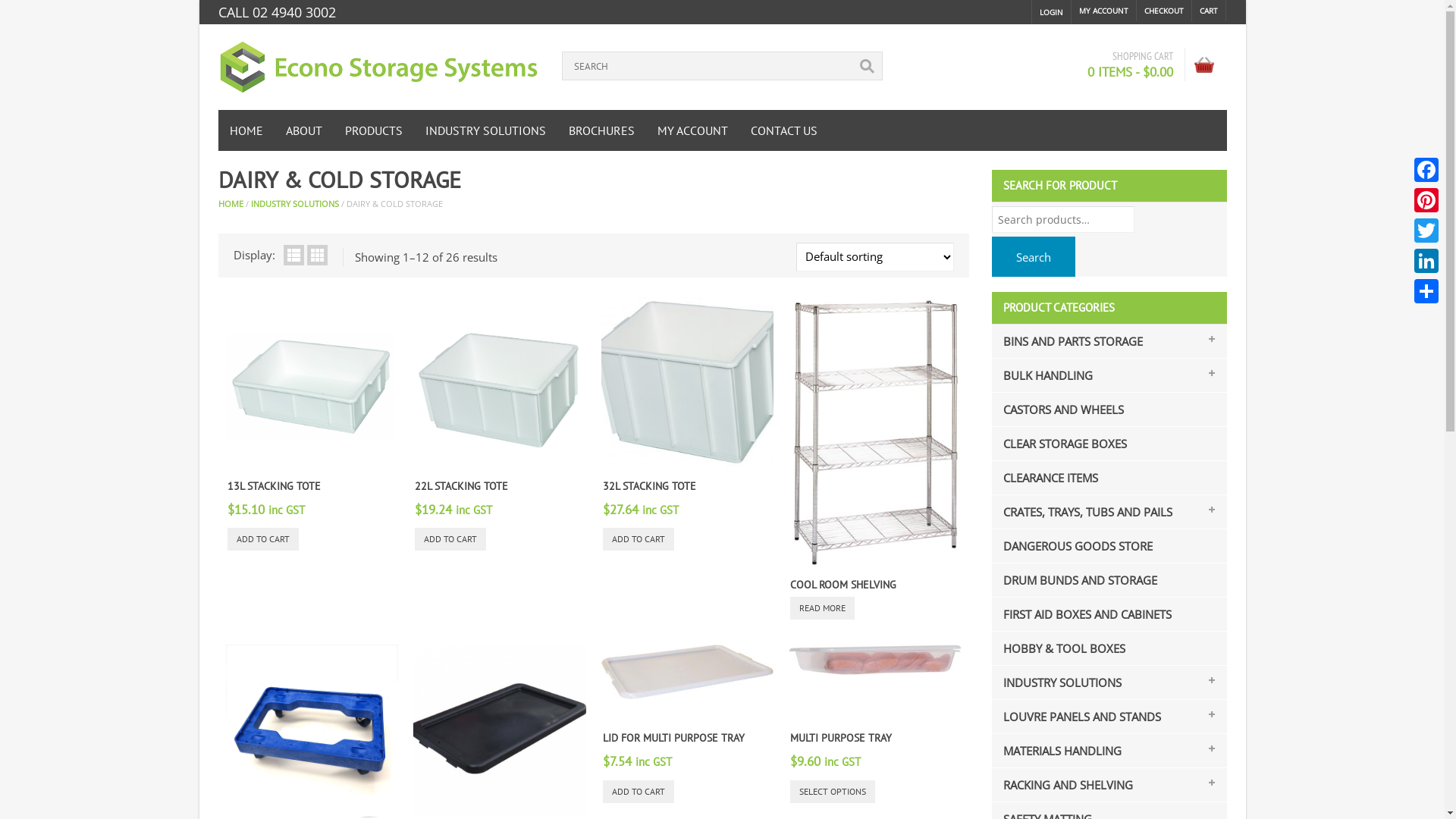 This screenshot has width=1456, height=819. I want to click on 'READ MORE', so click(821, 607).